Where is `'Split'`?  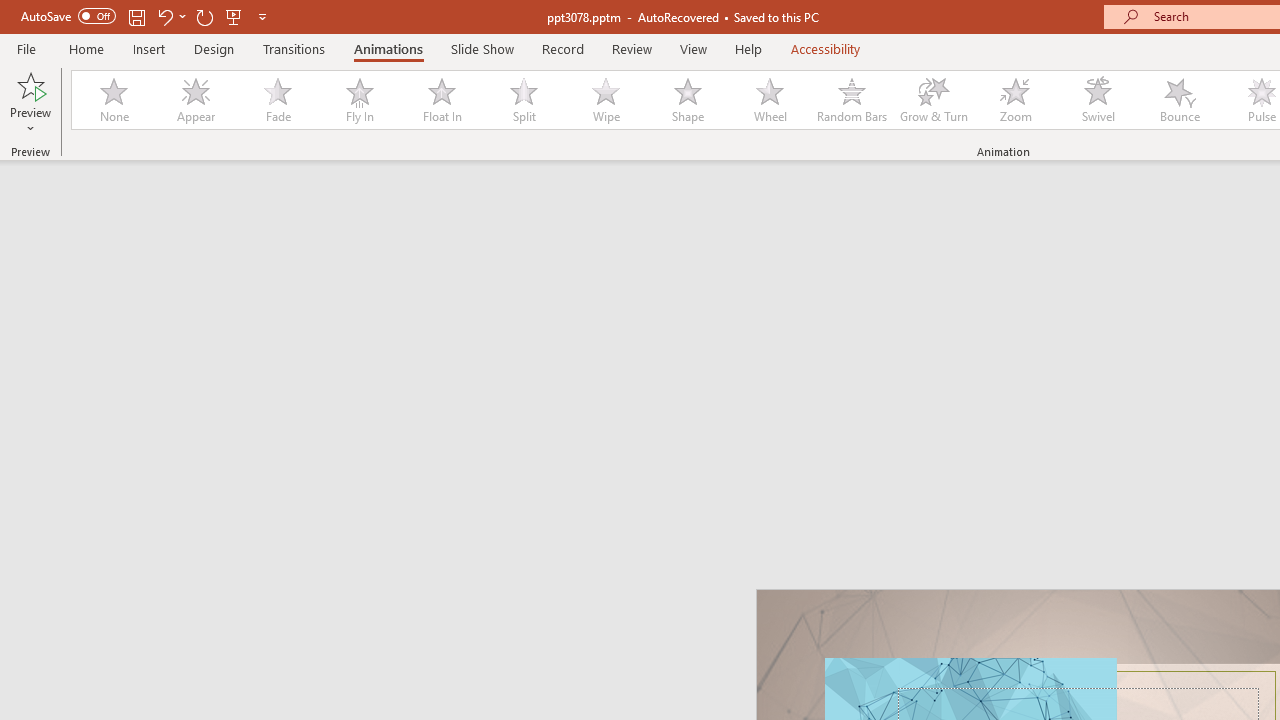
'Split' is located at coordinates (523, 100).